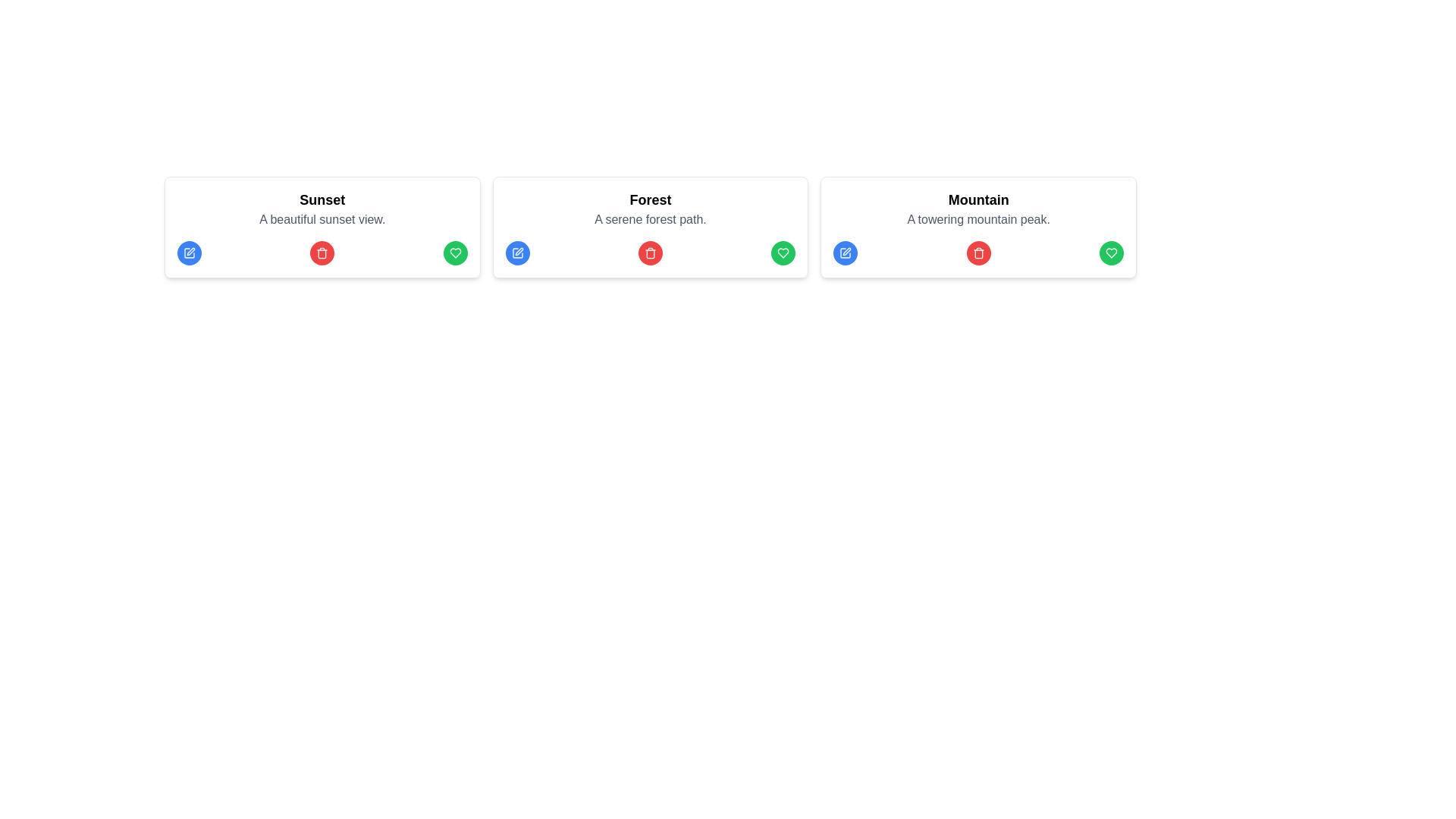 The image size is (1456, 819). What do you see at coordinates (517, 253) in the screenshot?
I see `the blue square edit button with a pen symbol located at the top-left corner of the 'Forest' card` at bounding box center [517, 253].